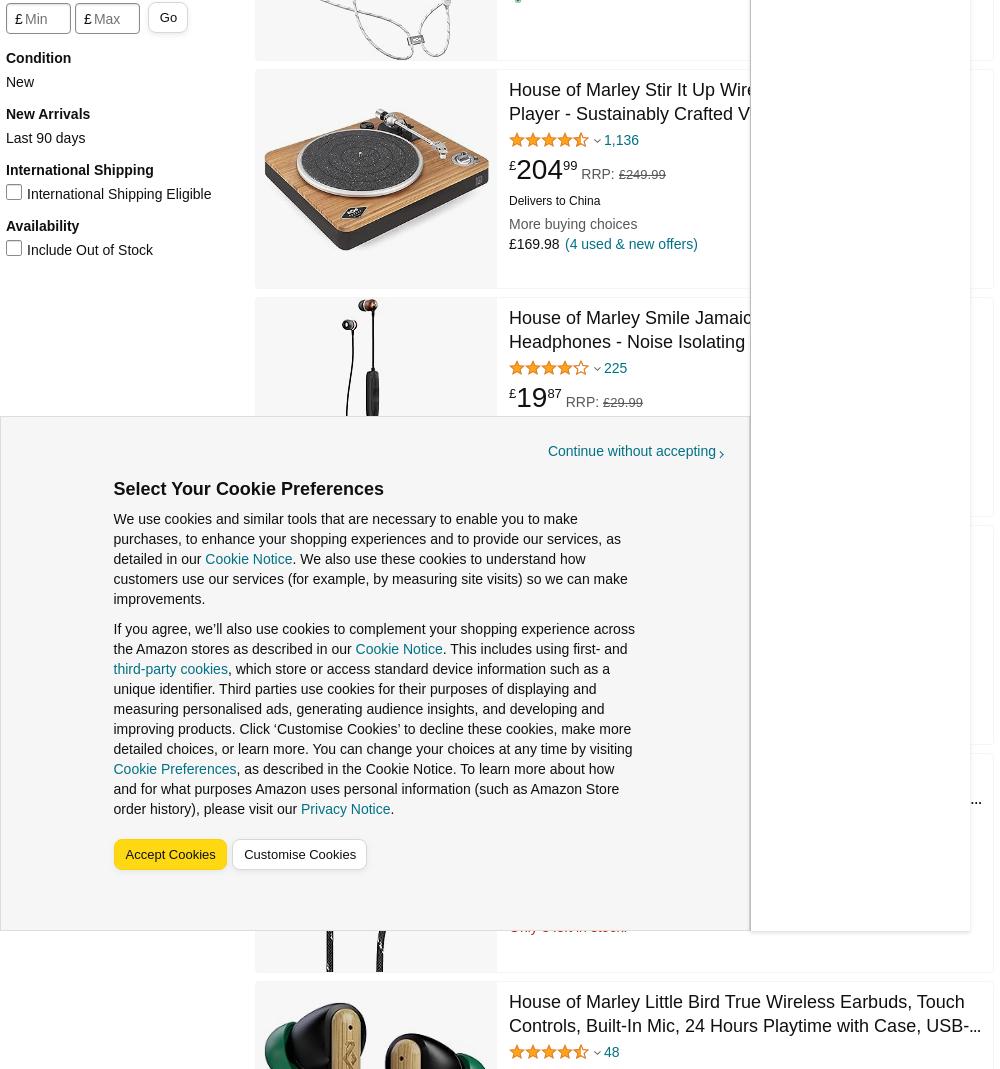  I want to click on '£179.98', so click(534, 642).